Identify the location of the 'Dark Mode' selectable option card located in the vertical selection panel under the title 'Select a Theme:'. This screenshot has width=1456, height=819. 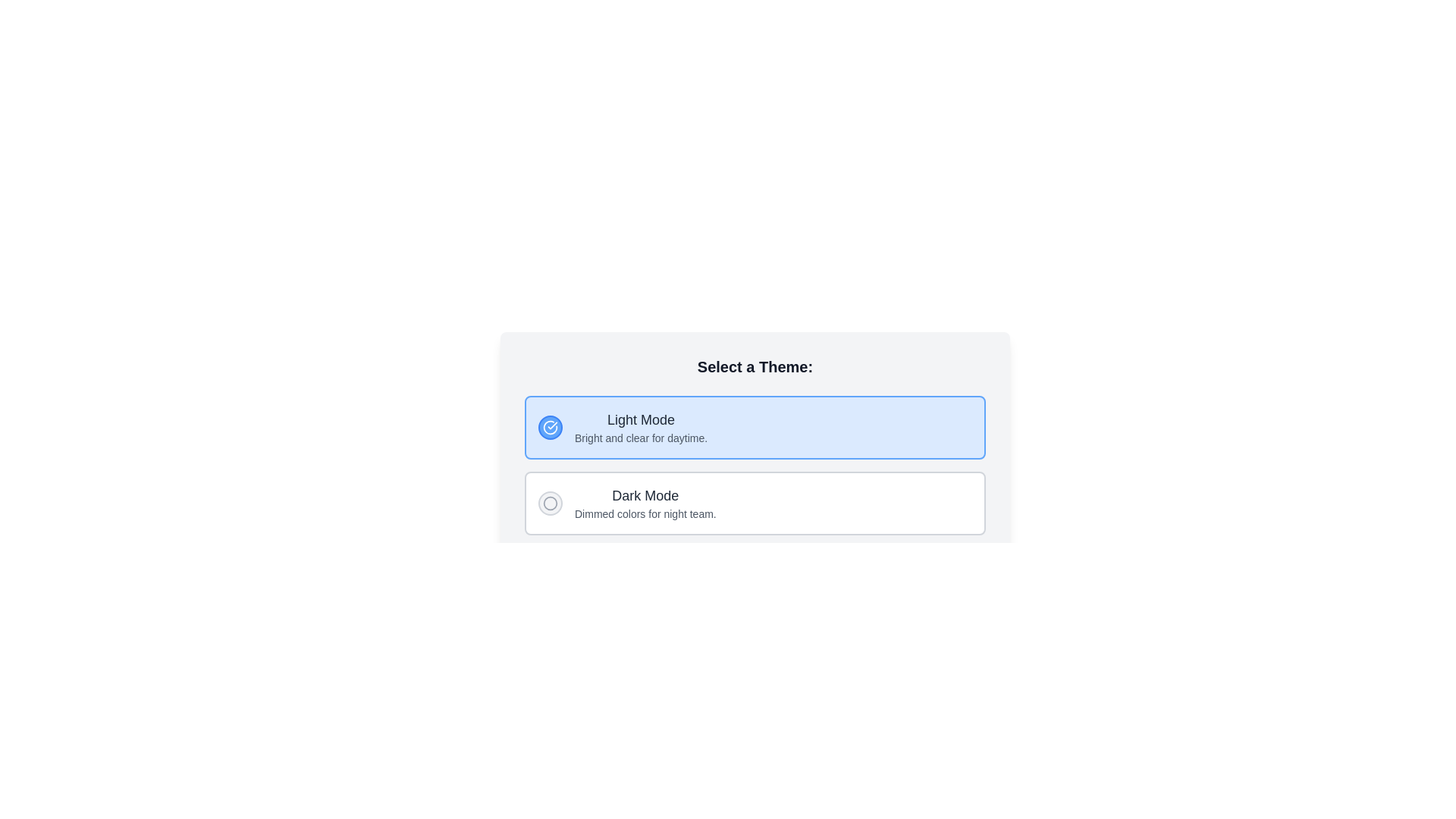
(755, 503).